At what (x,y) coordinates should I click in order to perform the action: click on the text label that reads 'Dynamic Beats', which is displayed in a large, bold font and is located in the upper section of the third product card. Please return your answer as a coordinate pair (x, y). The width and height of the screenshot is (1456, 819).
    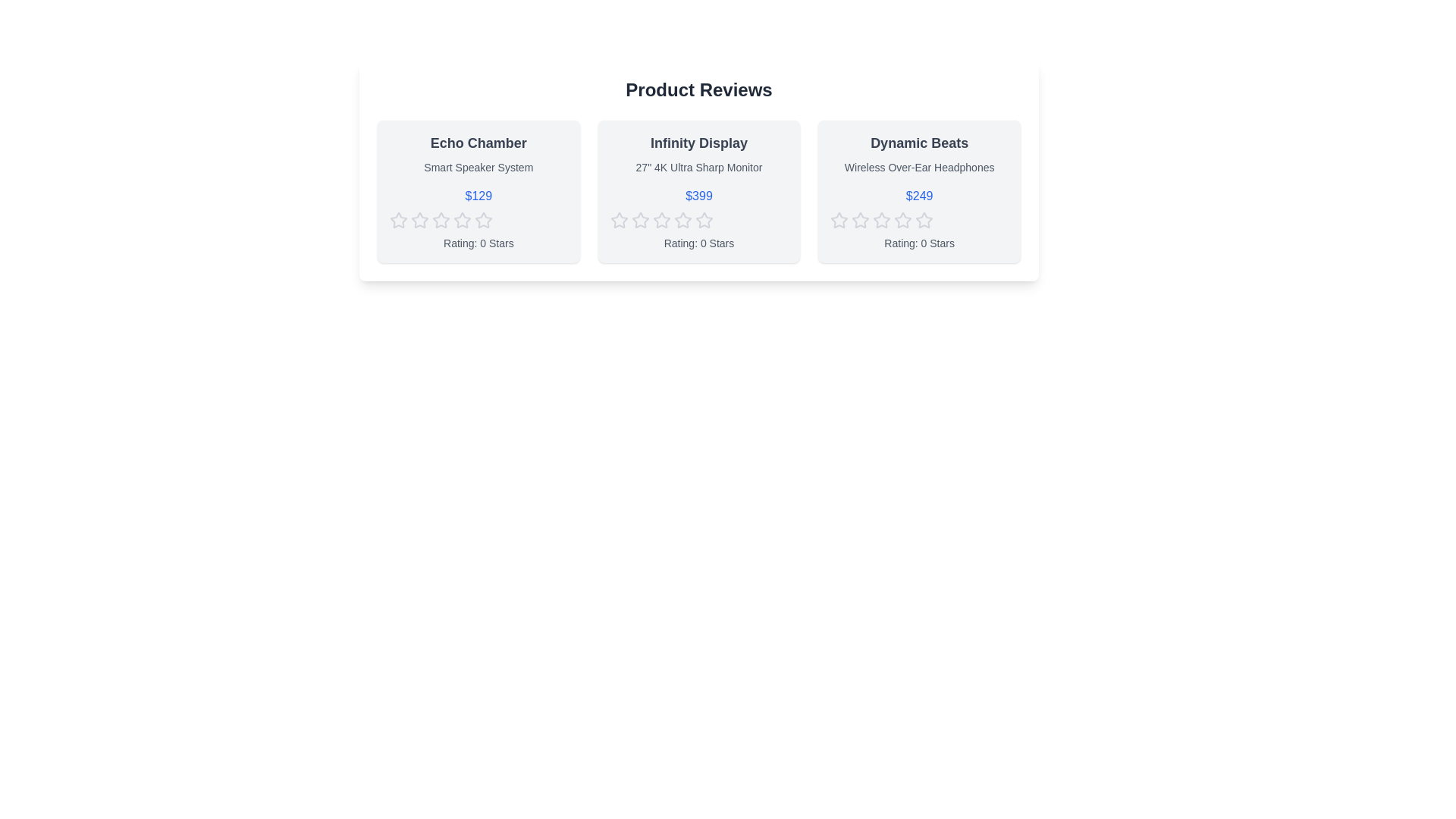
    Looking at the image, I should click on (918, 143).